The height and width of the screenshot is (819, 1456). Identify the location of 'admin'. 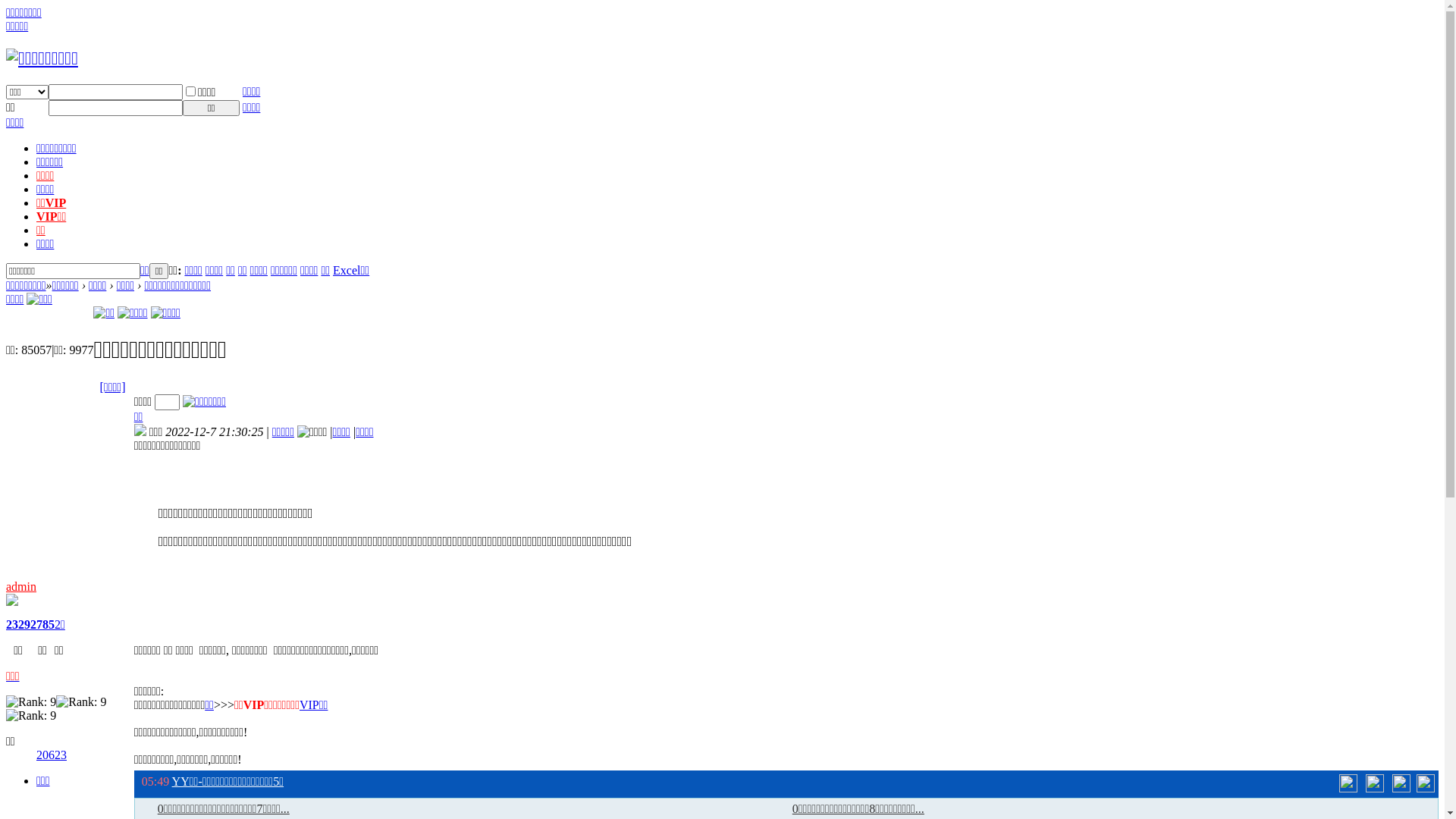
(21, 585).